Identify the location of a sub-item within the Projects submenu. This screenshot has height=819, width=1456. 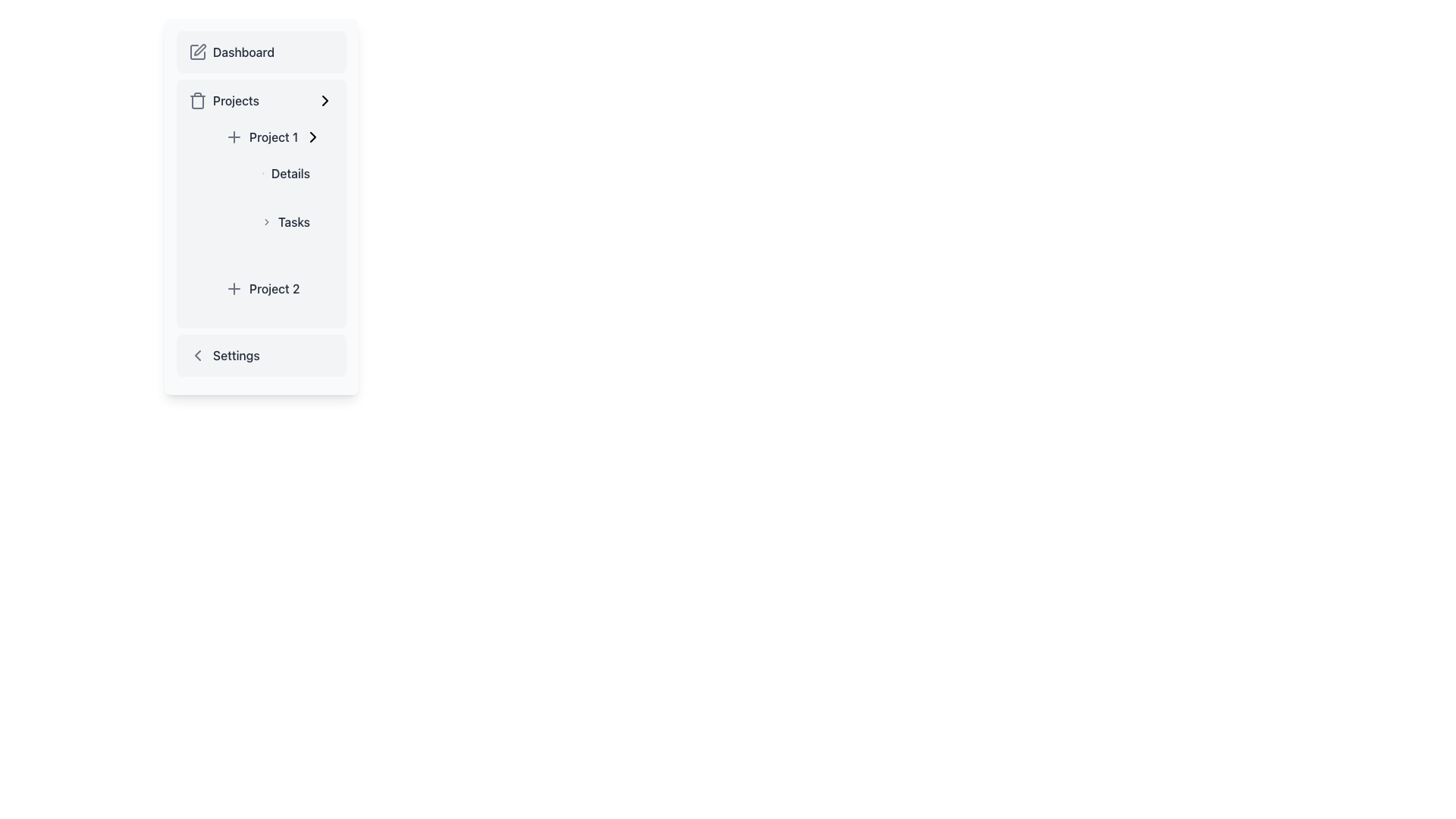
(268, 213).